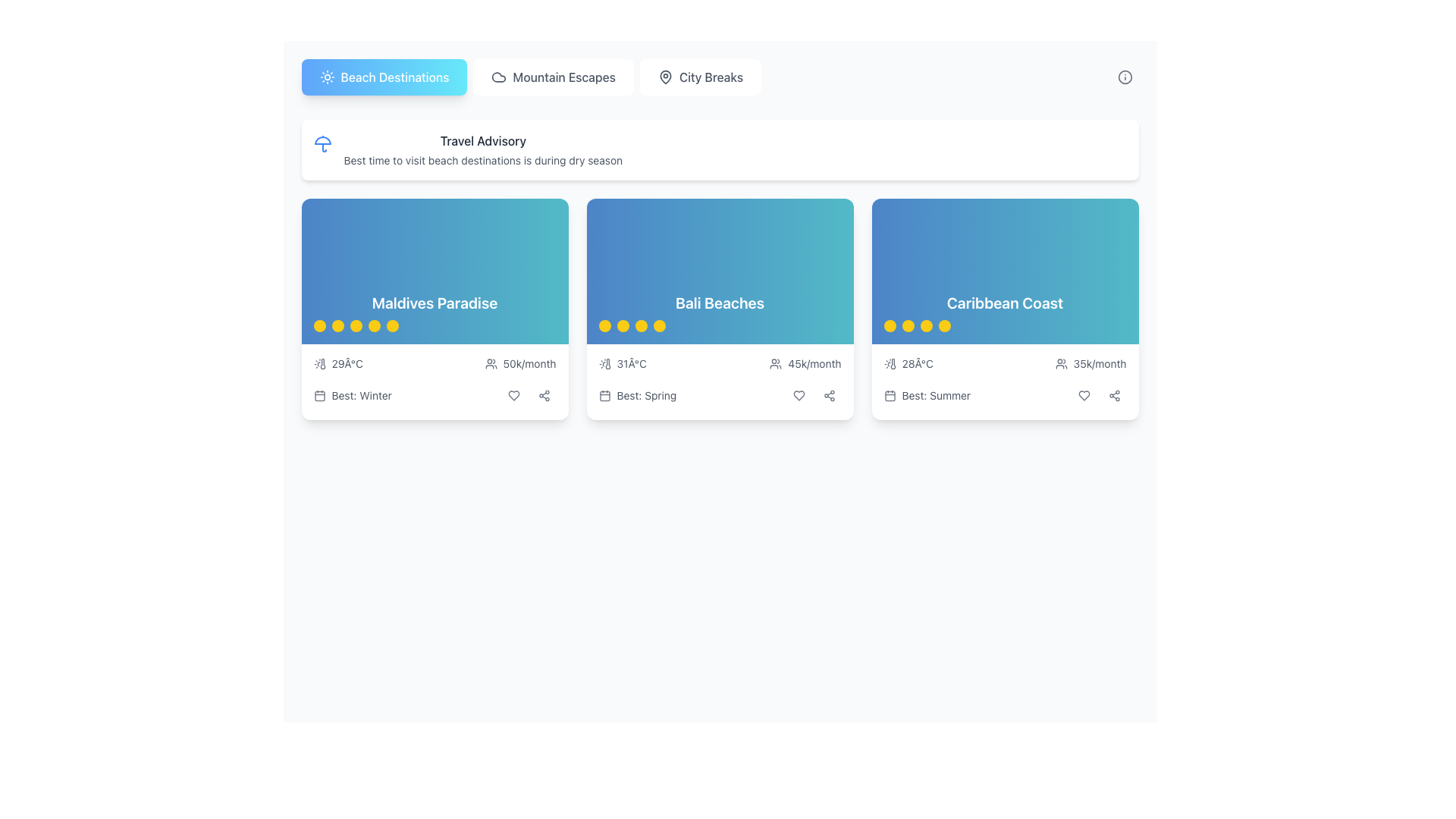 This screenshot has height=819, width=1456. Describe the element at coordinates (890, 325) in the screenshot. I see `the first circular indicator in the rating section below the 'Caribbean Coast' card, which represents a single unit of a four-unit rating system` at that location.